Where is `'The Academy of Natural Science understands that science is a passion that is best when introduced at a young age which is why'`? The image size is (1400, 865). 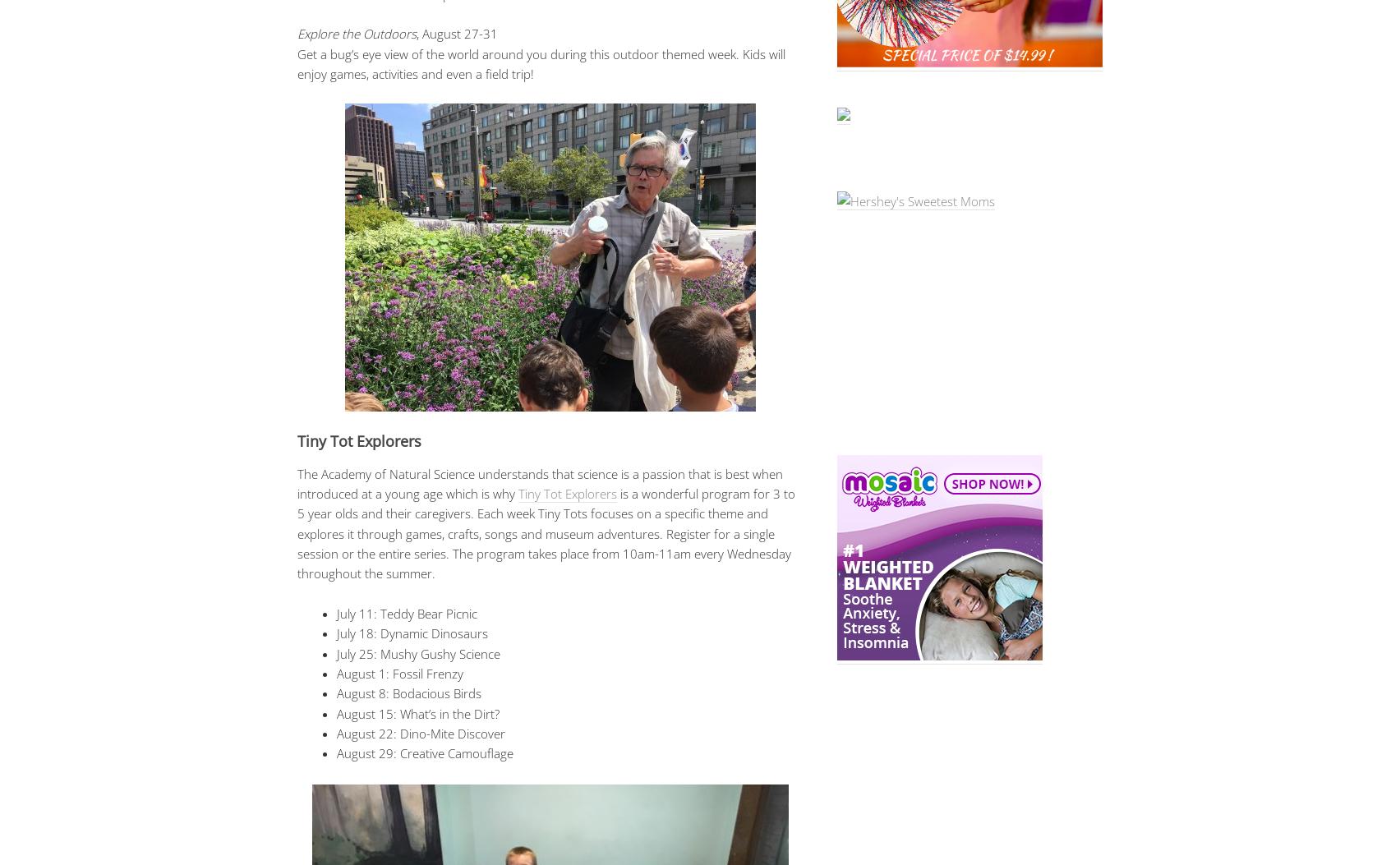
'The Academy of Natural Science understands that science is a passion that is best when introduced at a young age which is why' is located at coordinates (296, 482).